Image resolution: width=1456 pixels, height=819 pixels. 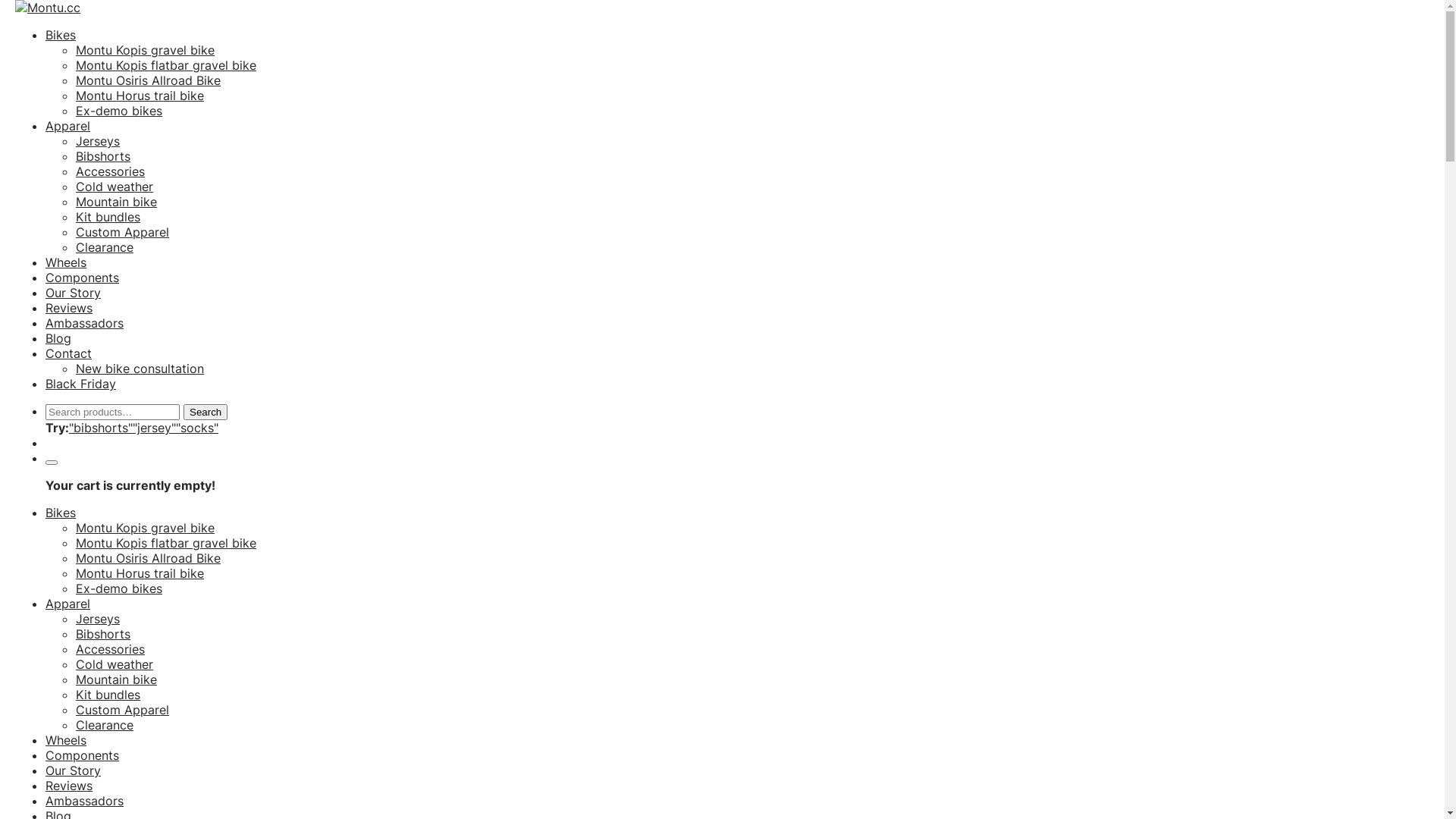 What do you see at coordinates (67, 353) in the screenshot?
I see `'Contact'` at bounding box center [67, 353].